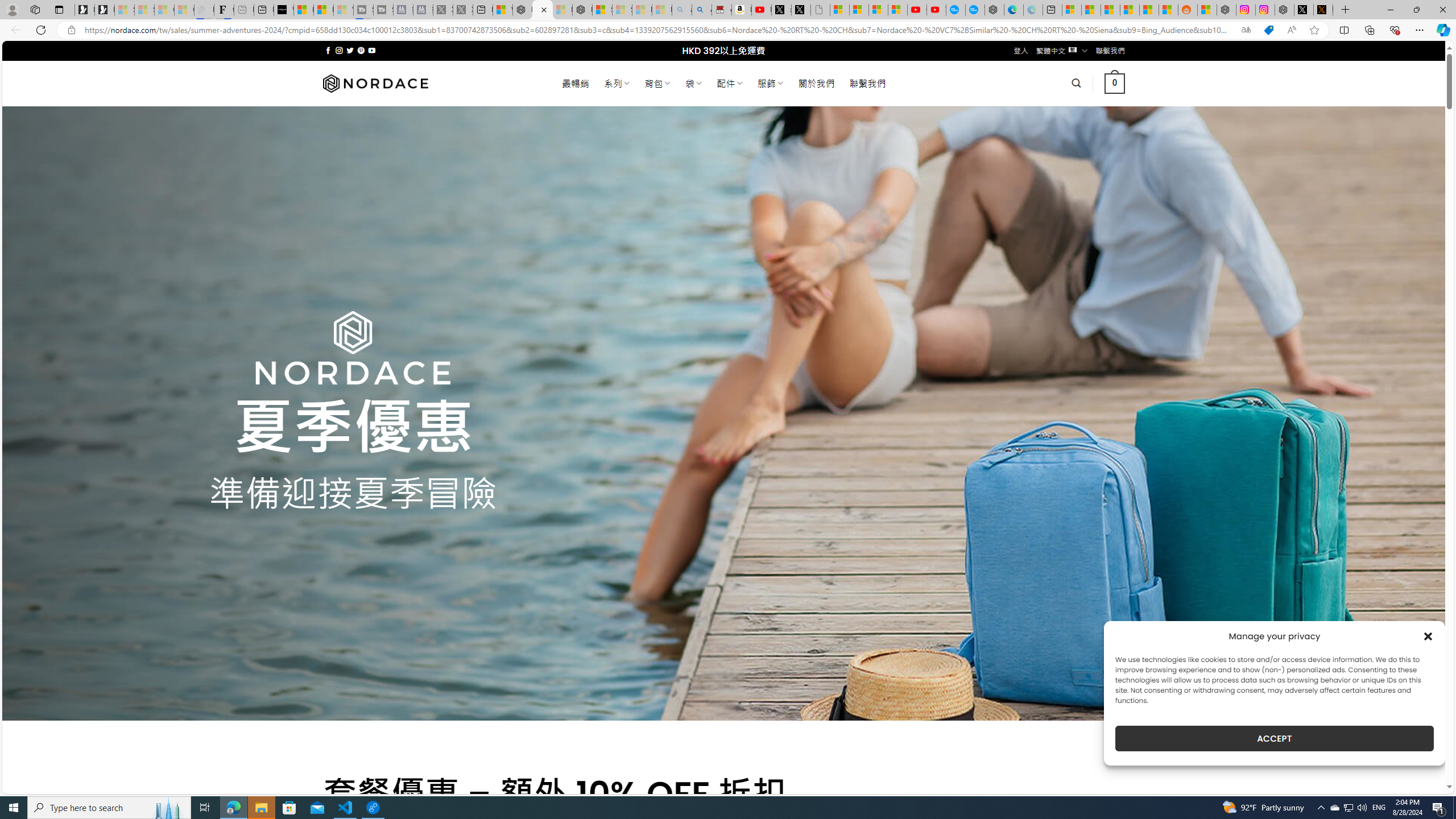 Image resolution: width=1456 pixels, height=819 pixels. What do you see at coordinates (681, 9) in the screenshot?
I see `'amazon - Search - Sleeping'` at bounding box center [681, 9].